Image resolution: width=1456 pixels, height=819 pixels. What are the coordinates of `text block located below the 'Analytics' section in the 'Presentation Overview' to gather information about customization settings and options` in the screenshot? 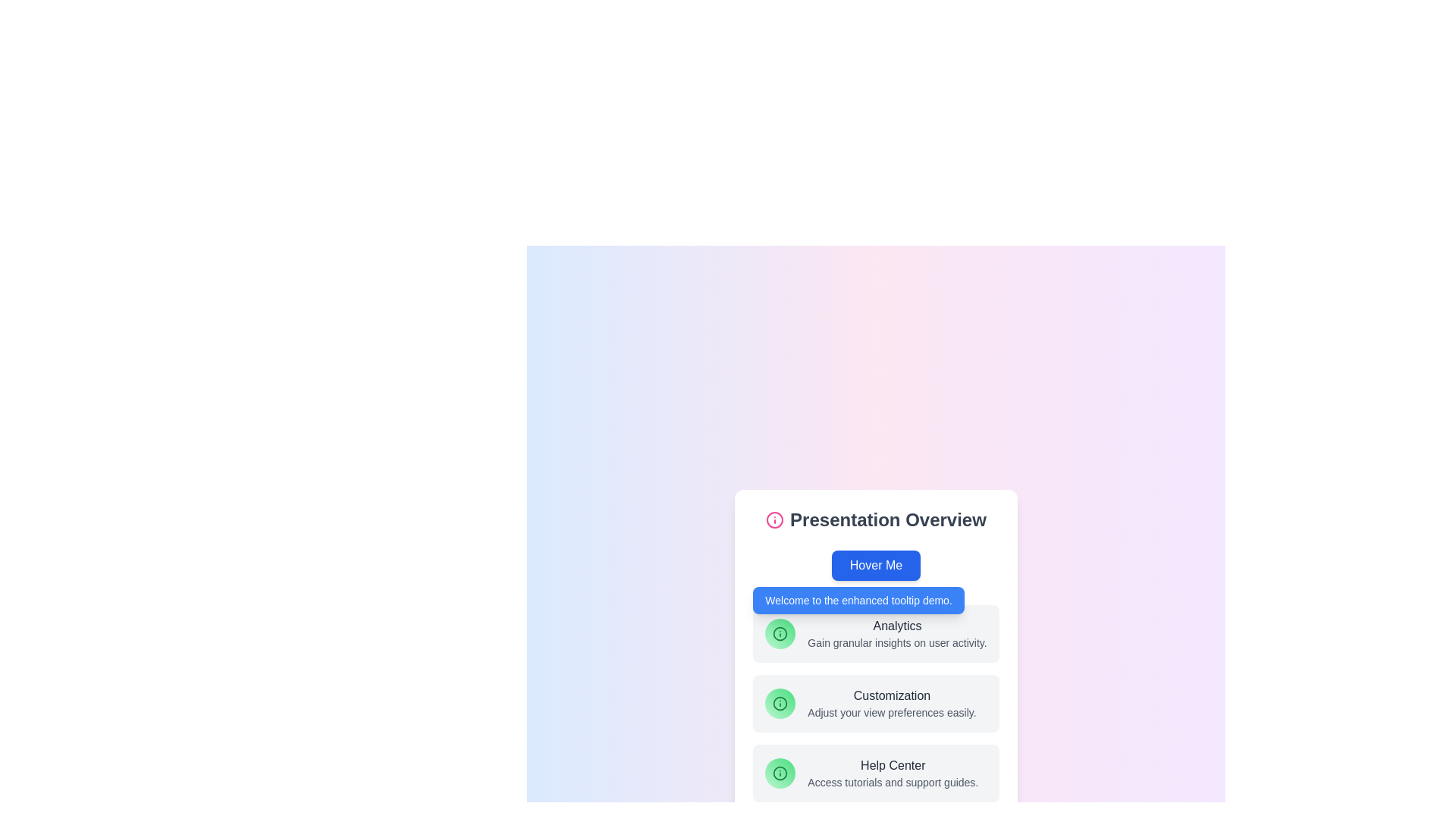 It's located at (892, 704).